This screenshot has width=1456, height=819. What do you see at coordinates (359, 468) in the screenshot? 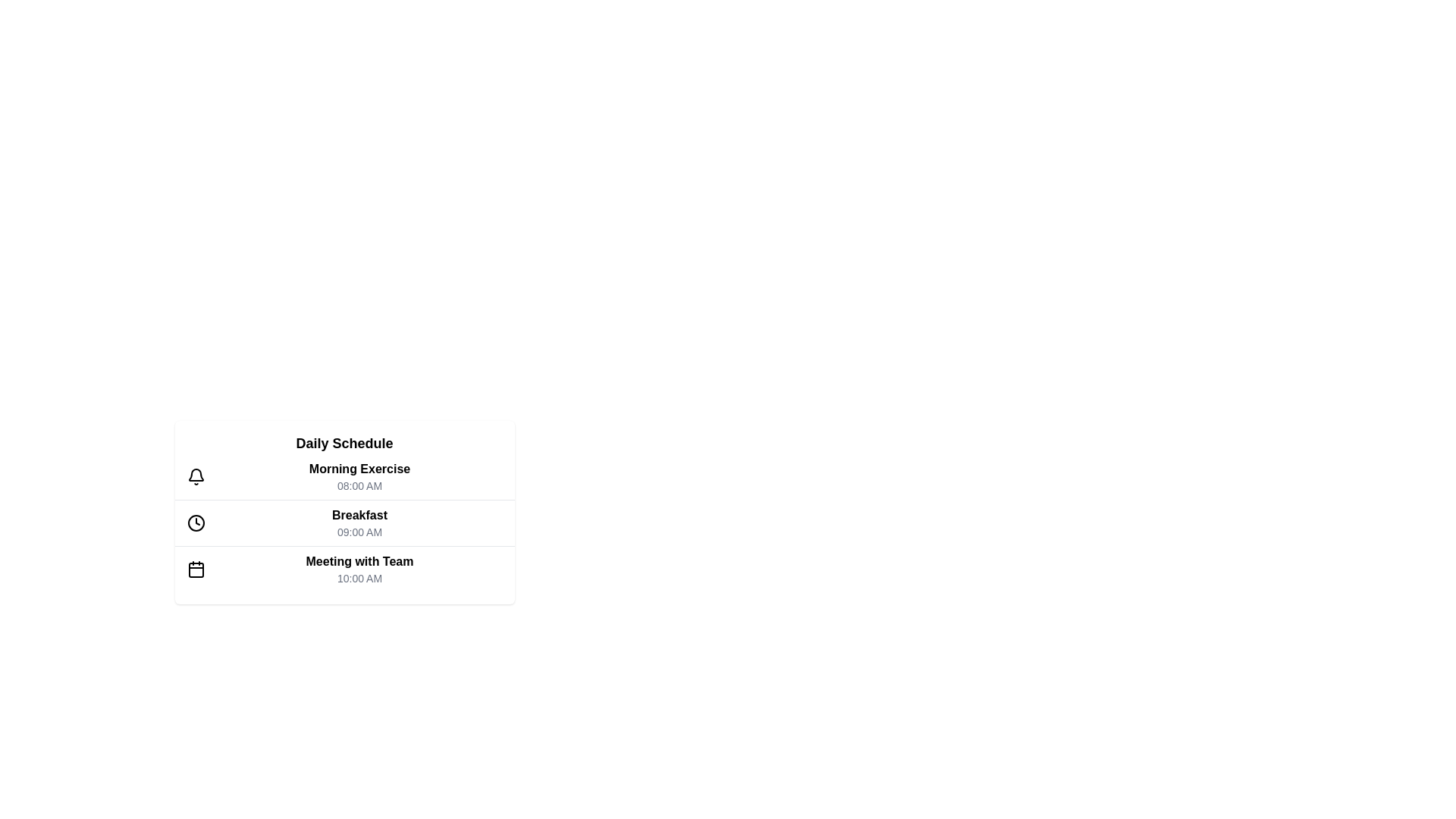
I see `the Text Label that describes the scheduled event, located in the first row of the task list below 'Daily Schedule' and above '08:00 AM'` at bounding box center [359, 468].